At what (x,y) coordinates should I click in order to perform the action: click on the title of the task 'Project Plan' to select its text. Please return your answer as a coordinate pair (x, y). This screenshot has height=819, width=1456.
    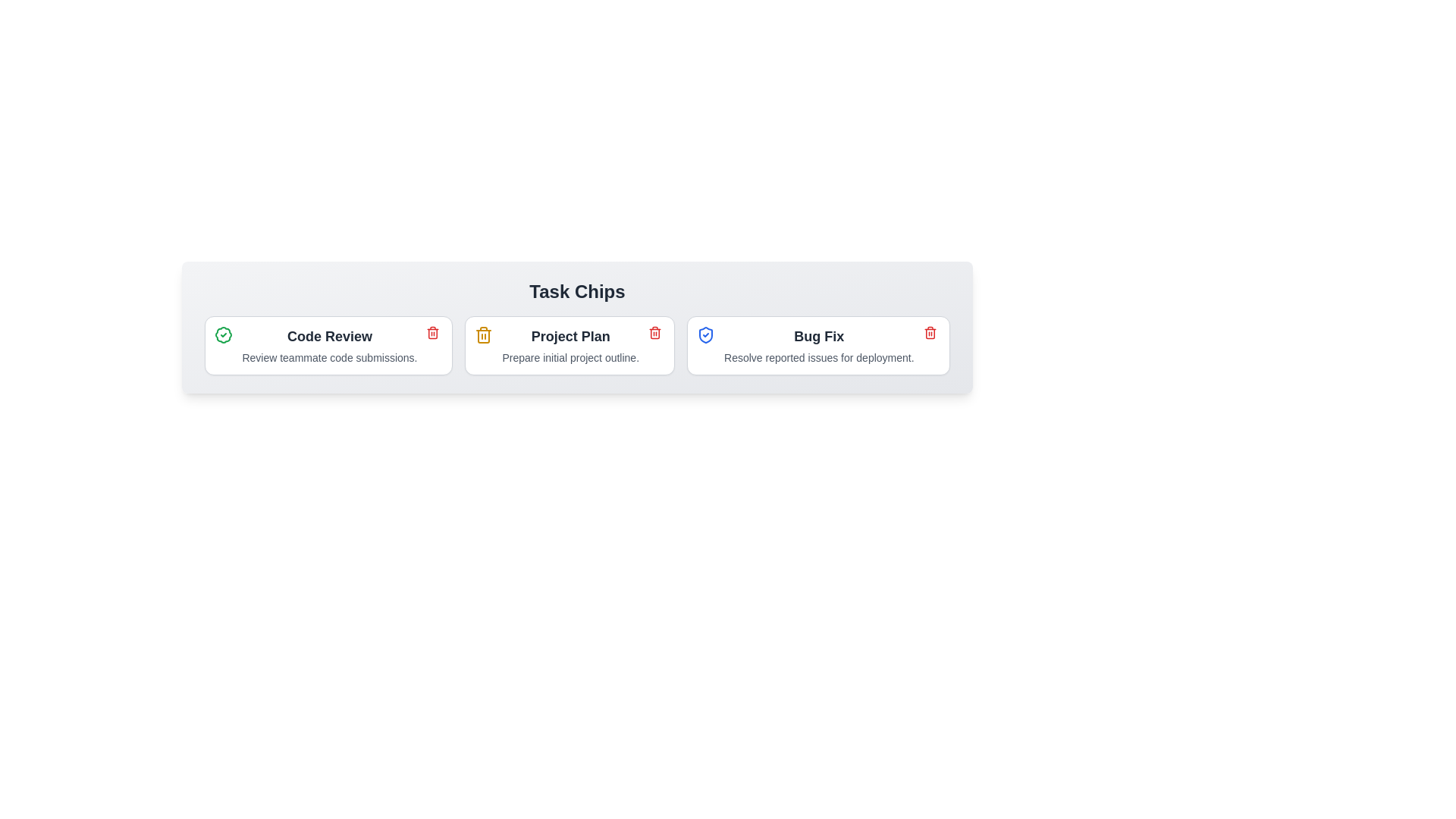
    Looking at the image, I should click on (570, 335).